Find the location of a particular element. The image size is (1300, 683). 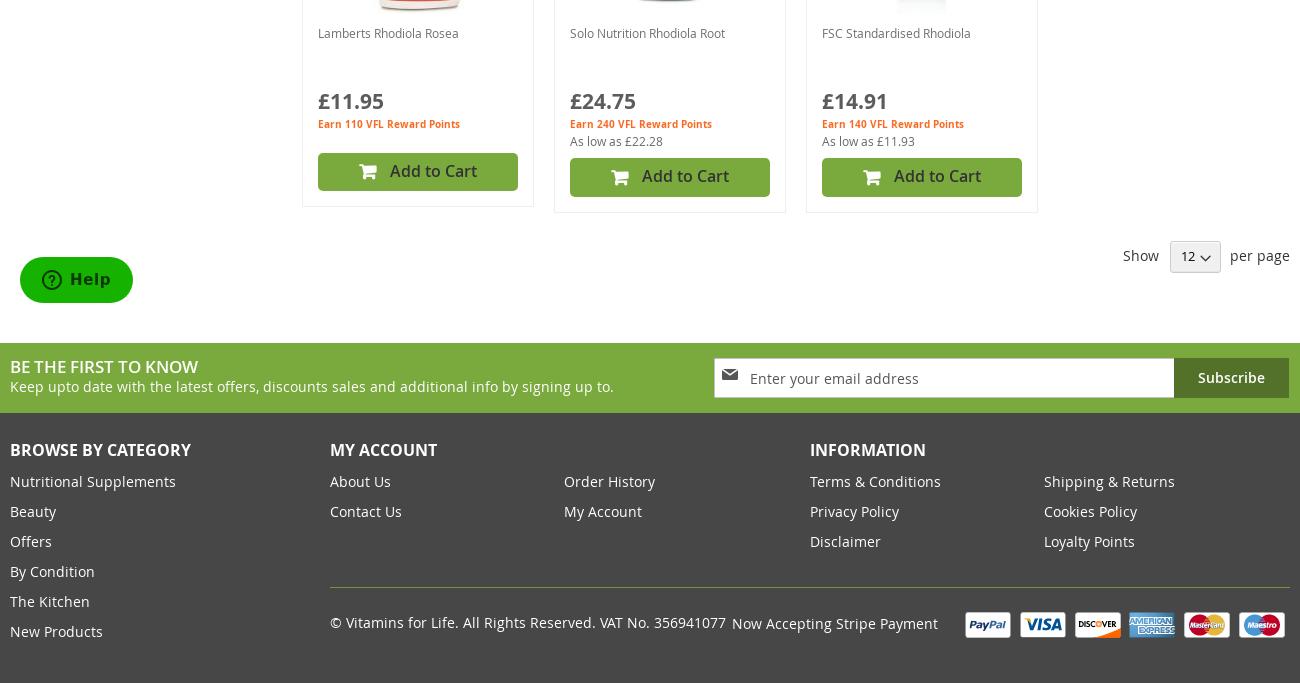

'Shipping & returns' is located at coordinates (1108, 480).